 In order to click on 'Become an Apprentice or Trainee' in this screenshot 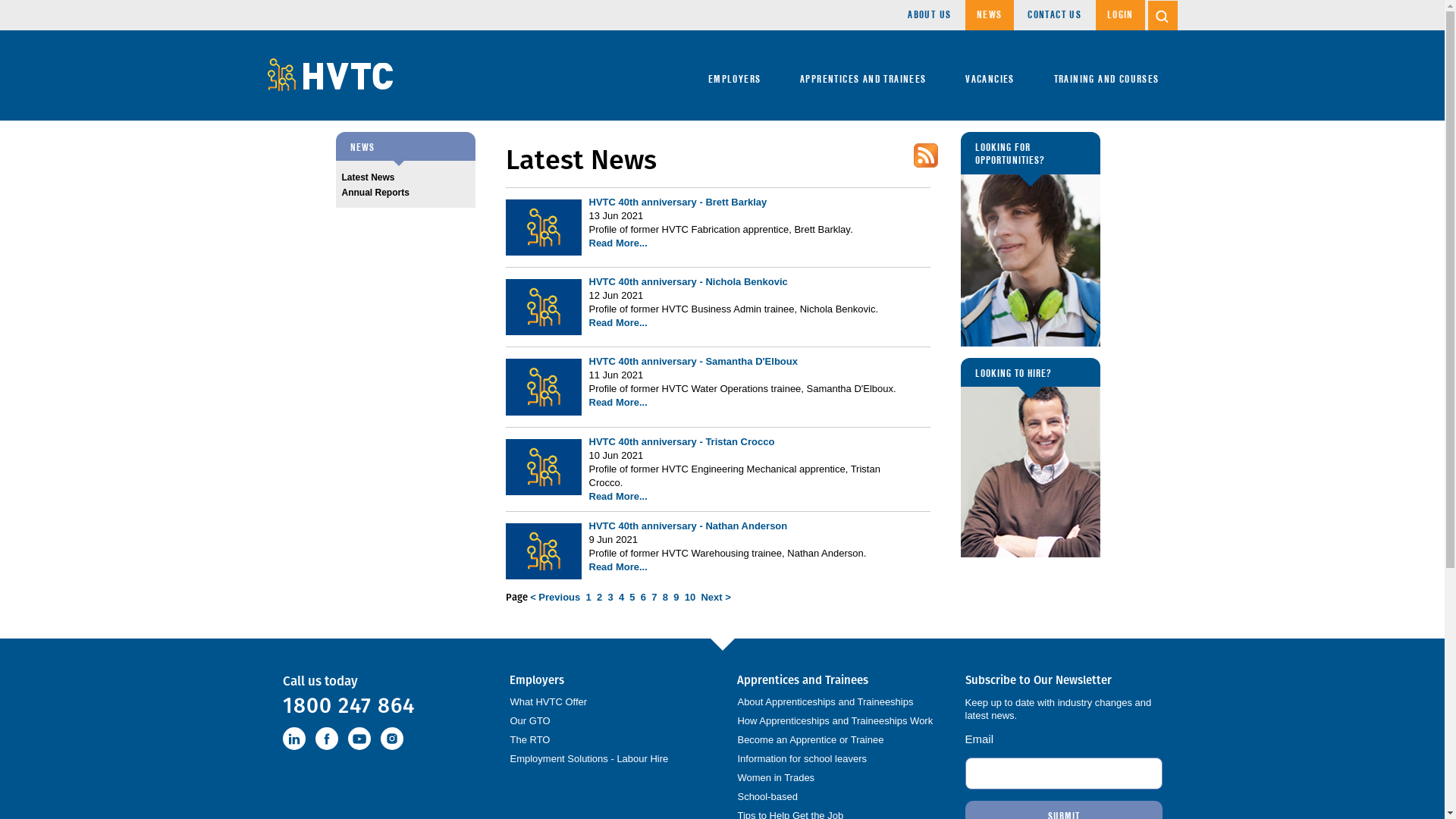, I will do `click(736, 739)`.